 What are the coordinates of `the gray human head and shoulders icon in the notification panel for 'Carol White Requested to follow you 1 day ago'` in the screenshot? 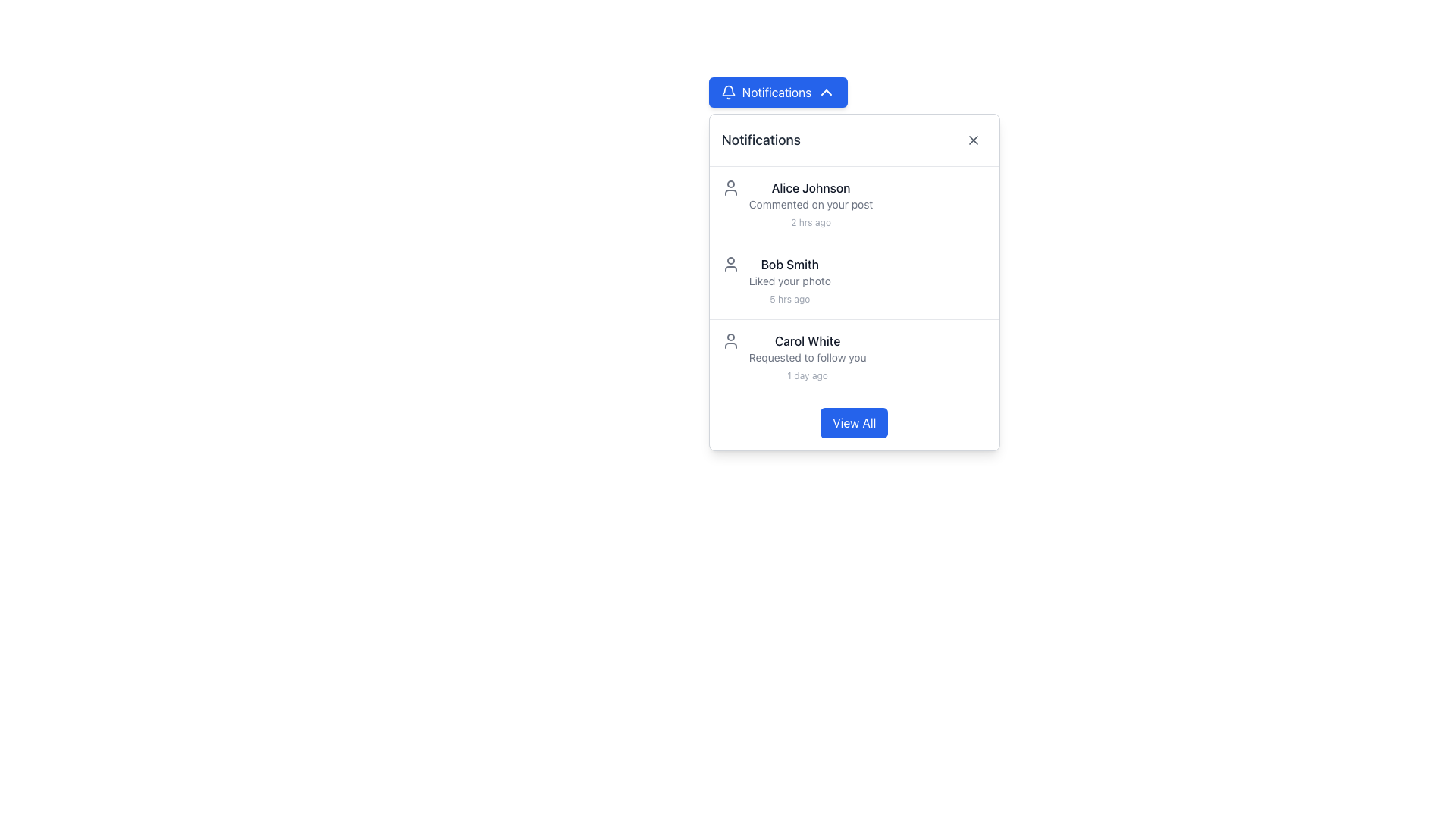 It's located at (730, 341).